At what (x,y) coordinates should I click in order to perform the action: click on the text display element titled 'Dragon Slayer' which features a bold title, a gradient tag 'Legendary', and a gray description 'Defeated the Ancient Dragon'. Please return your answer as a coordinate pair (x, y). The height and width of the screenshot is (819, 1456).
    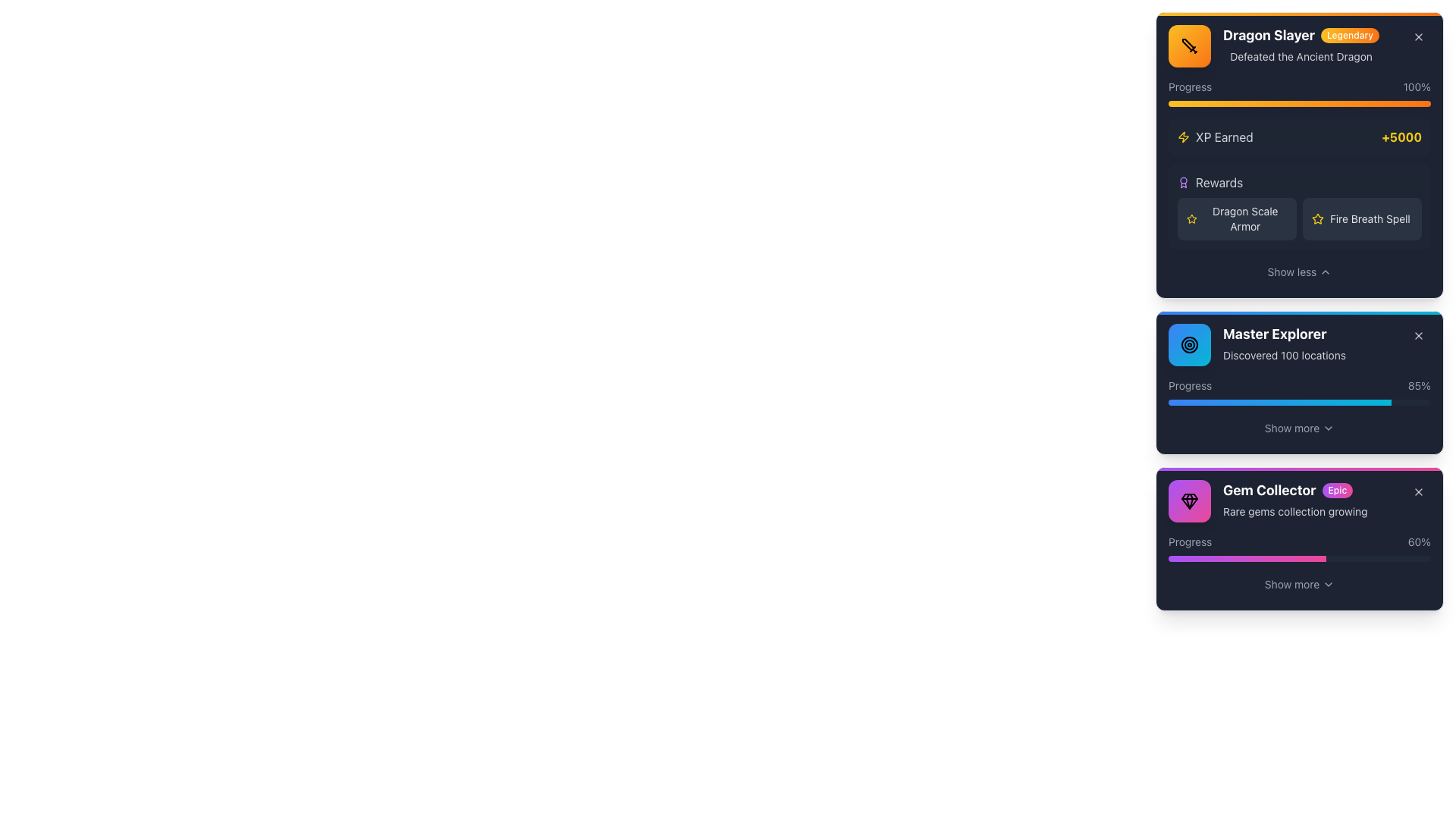
    Looking at the image, I should click on (1301, 45).